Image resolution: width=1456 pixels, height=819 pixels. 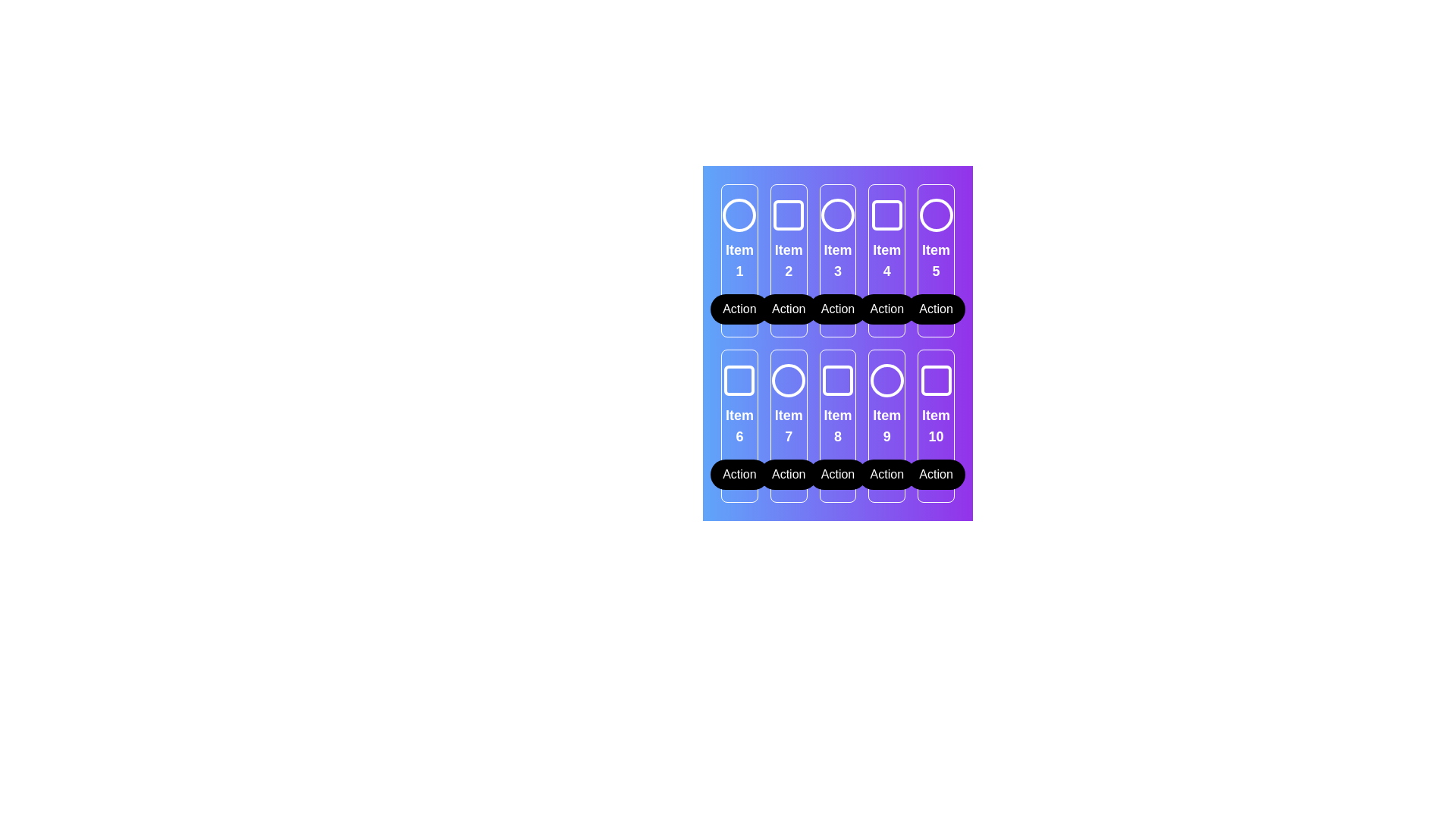 What do you see at coordinates (836, 259) in the screenshot?
I see `the Composite UI element representing 'Item 3' in the grid layout, located in the first row and third column` at bounding box center [836, 259].